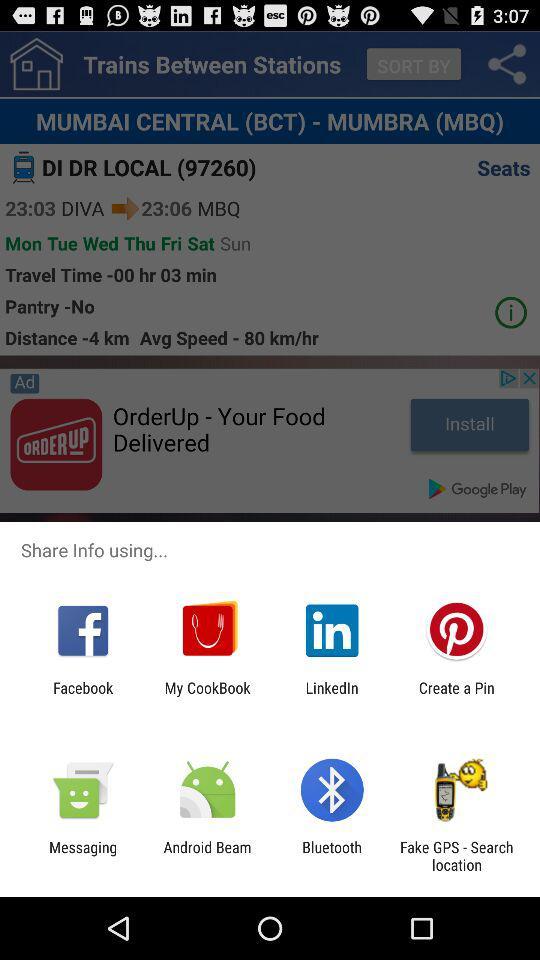  What do you see at coordinates (206, 696) in the screenshot?
I see `item to the left of linkedin app` at bounding box center [206, 696].